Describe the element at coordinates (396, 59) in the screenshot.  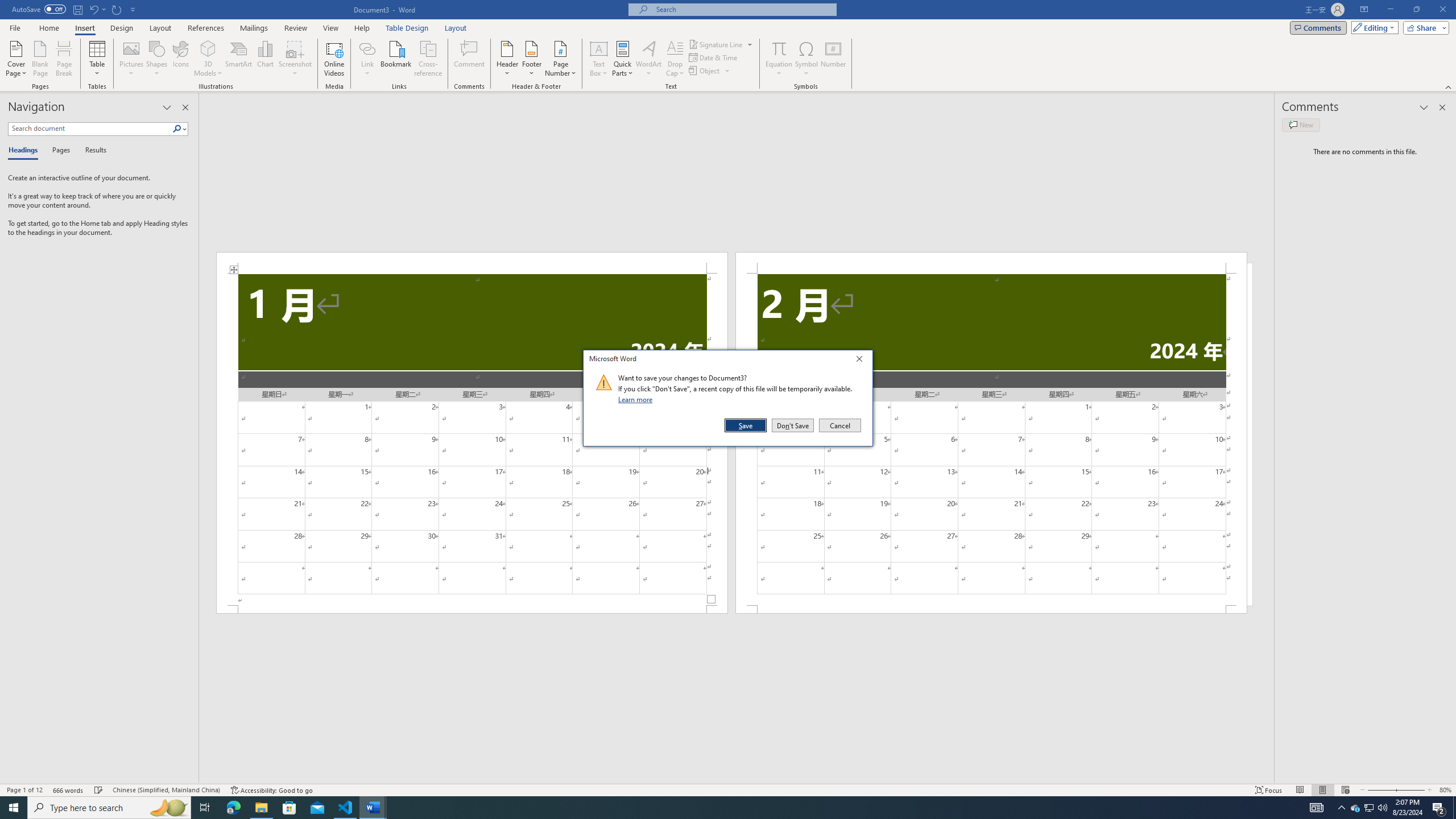
I see `'Bookmark...'` at that location.